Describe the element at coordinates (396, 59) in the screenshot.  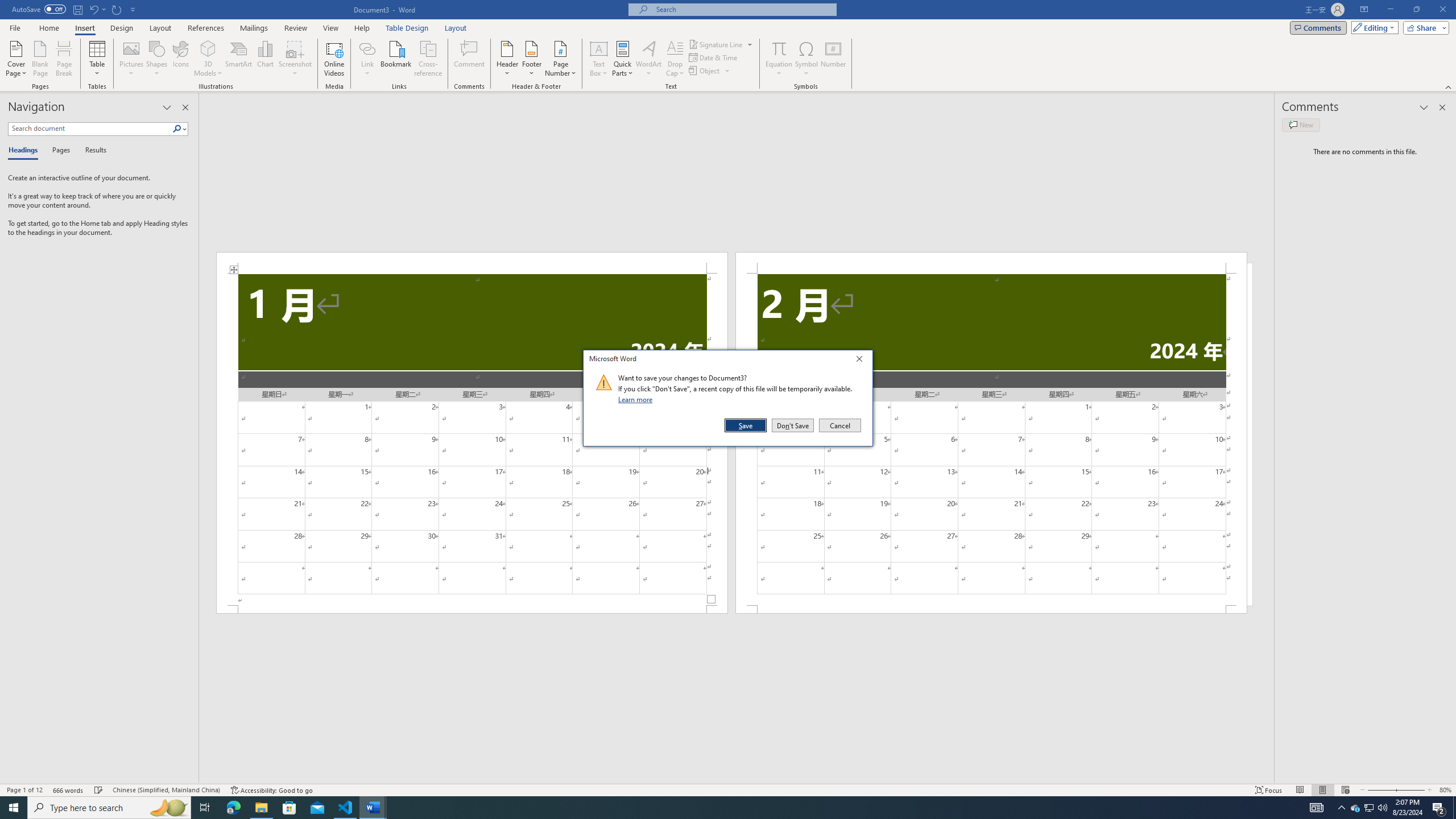
I see `'Bookmark...'` at that location.